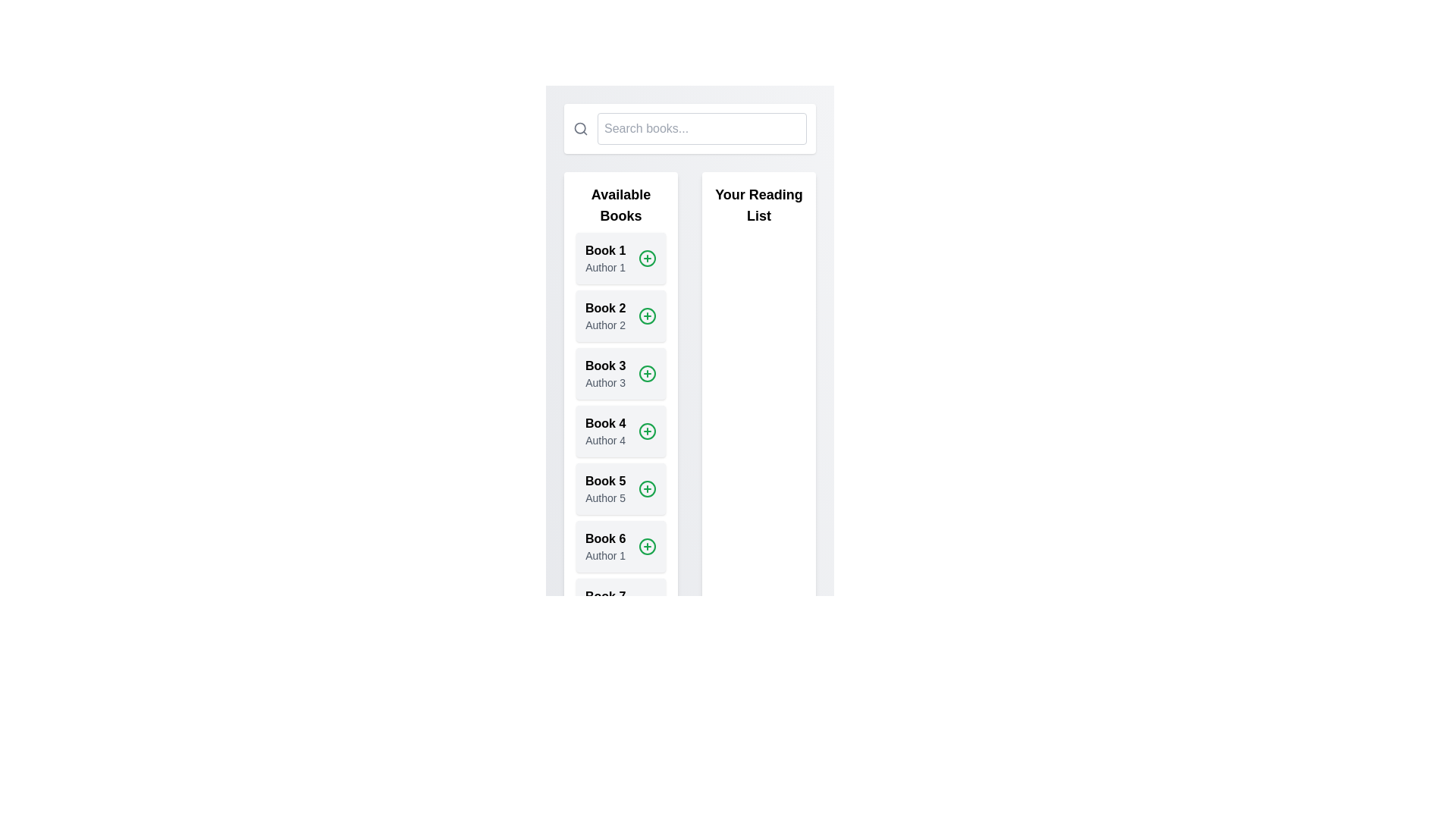  Describe the element at coordinates (604, 382) in the screenshot. I see `the text label indicating the author of 'Book 3', which is positioned directly under the bold 'Book 3' text in the left column of the interface` at that location.